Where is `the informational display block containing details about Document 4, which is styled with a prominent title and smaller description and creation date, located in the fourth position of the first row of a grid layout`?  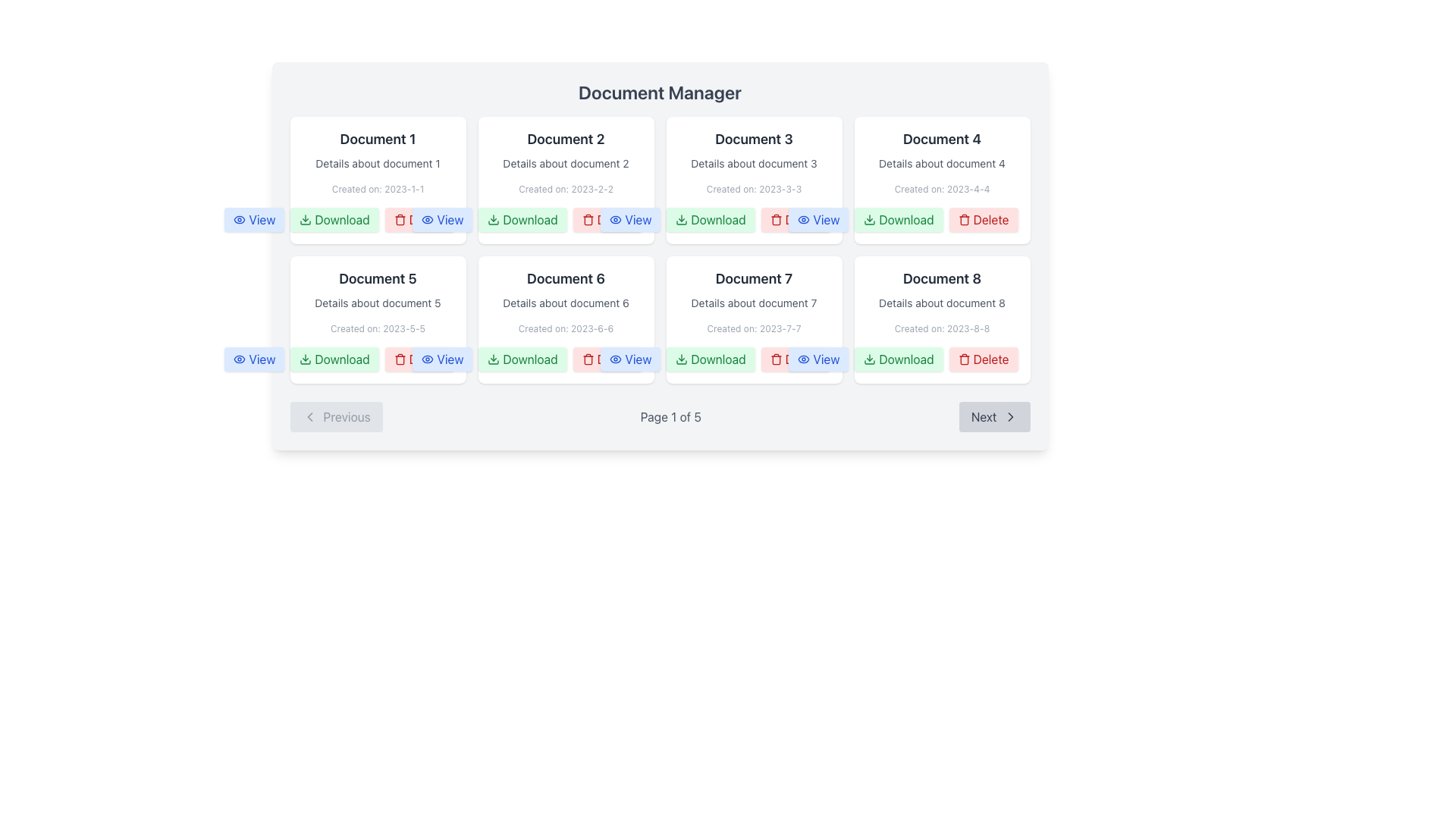 the informational display block containing details about Document 4, which is styled with a prominent title and smaller description and creation date, located in the fourth position of the first row of a grid layout is located at coordinates (941, 162).